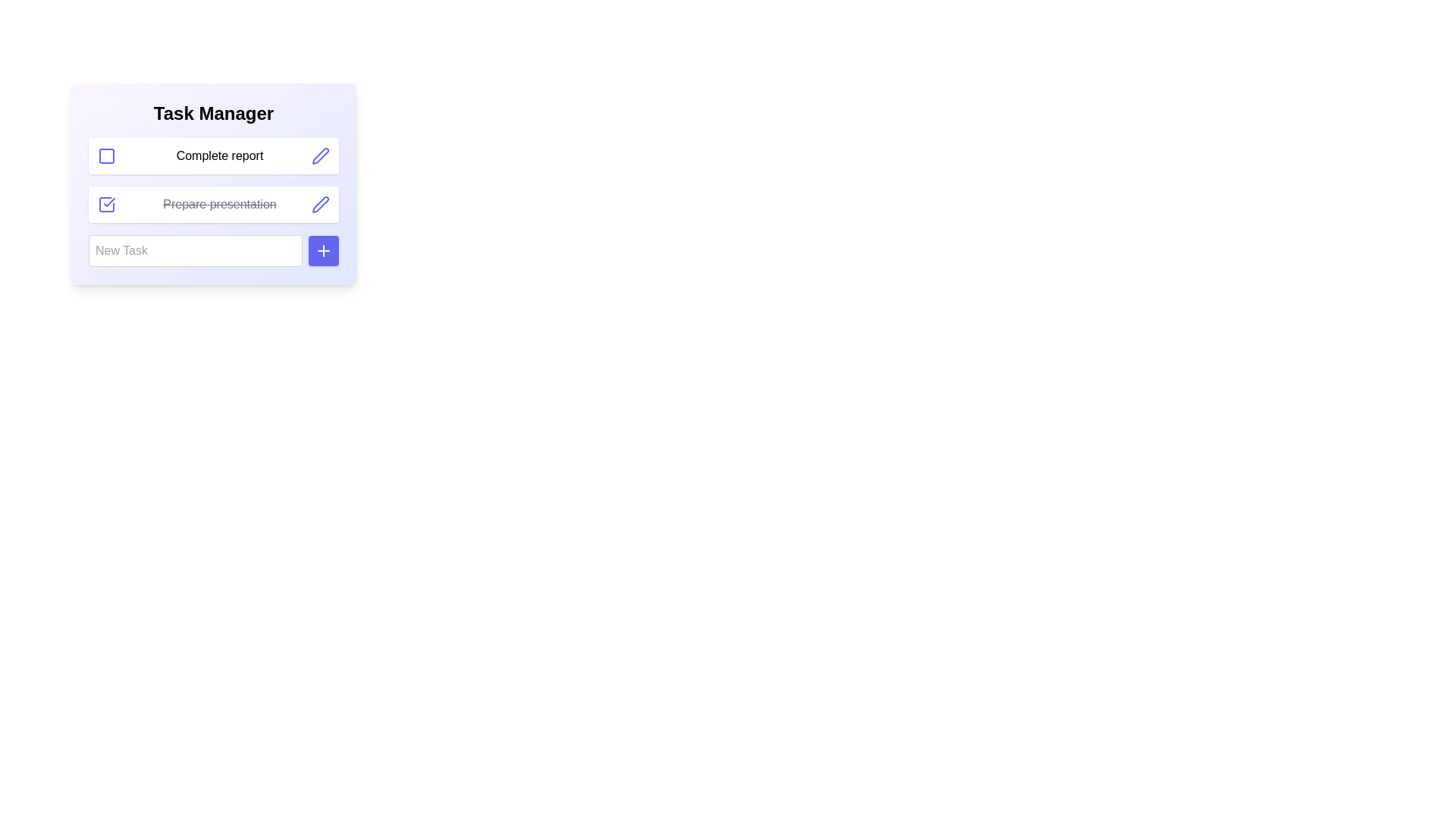 The width and height of the screenshot is (1456, 819). I want to click on the edit icon for the task with description Complete report, so click(319, 155).